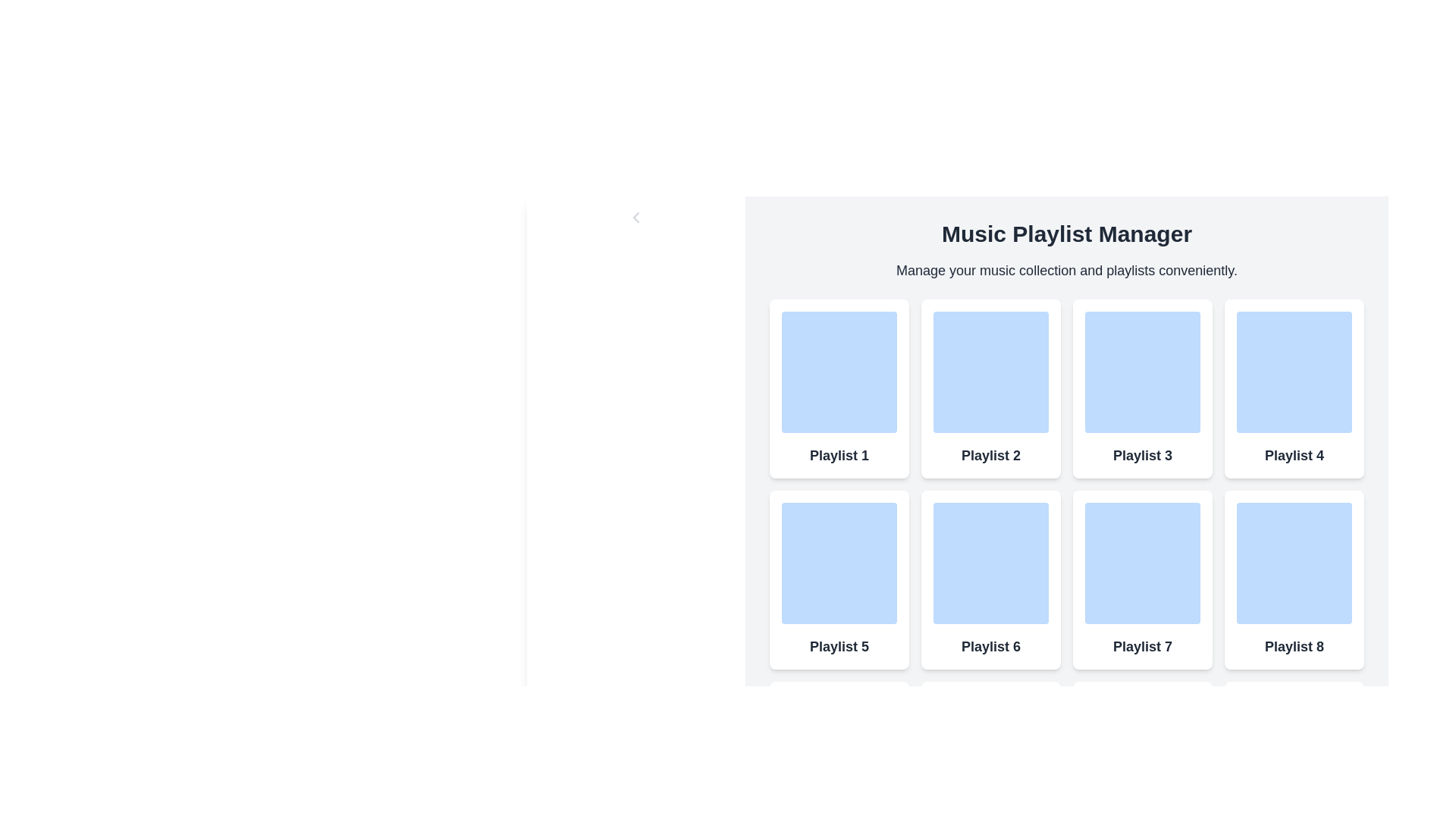 The height and width of the screenshot is (819, 1456). Describe the element at coordinates (990, 455) in the screenshot. I see `text of the second playlist title label located in the top row, second column of the playlist grid` at that location.